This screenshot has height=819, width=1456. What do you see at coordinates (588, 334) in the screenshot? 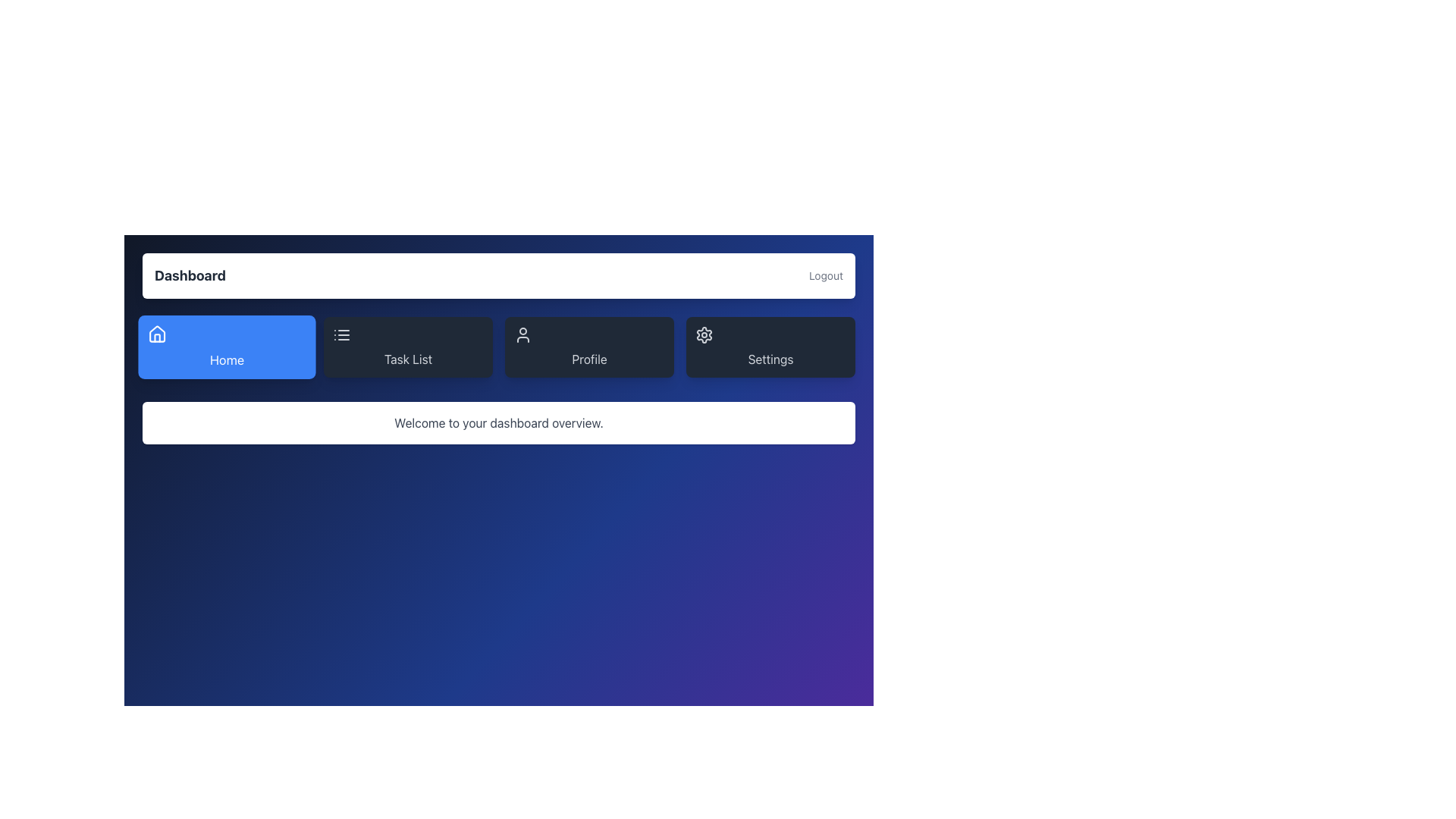
I see `the user profile icon located within the 'Profile' button, which features a minimalistic design of a head and shoulders, situated centrally in the navigation row beneath the top header` at bounding box center [588, 334].